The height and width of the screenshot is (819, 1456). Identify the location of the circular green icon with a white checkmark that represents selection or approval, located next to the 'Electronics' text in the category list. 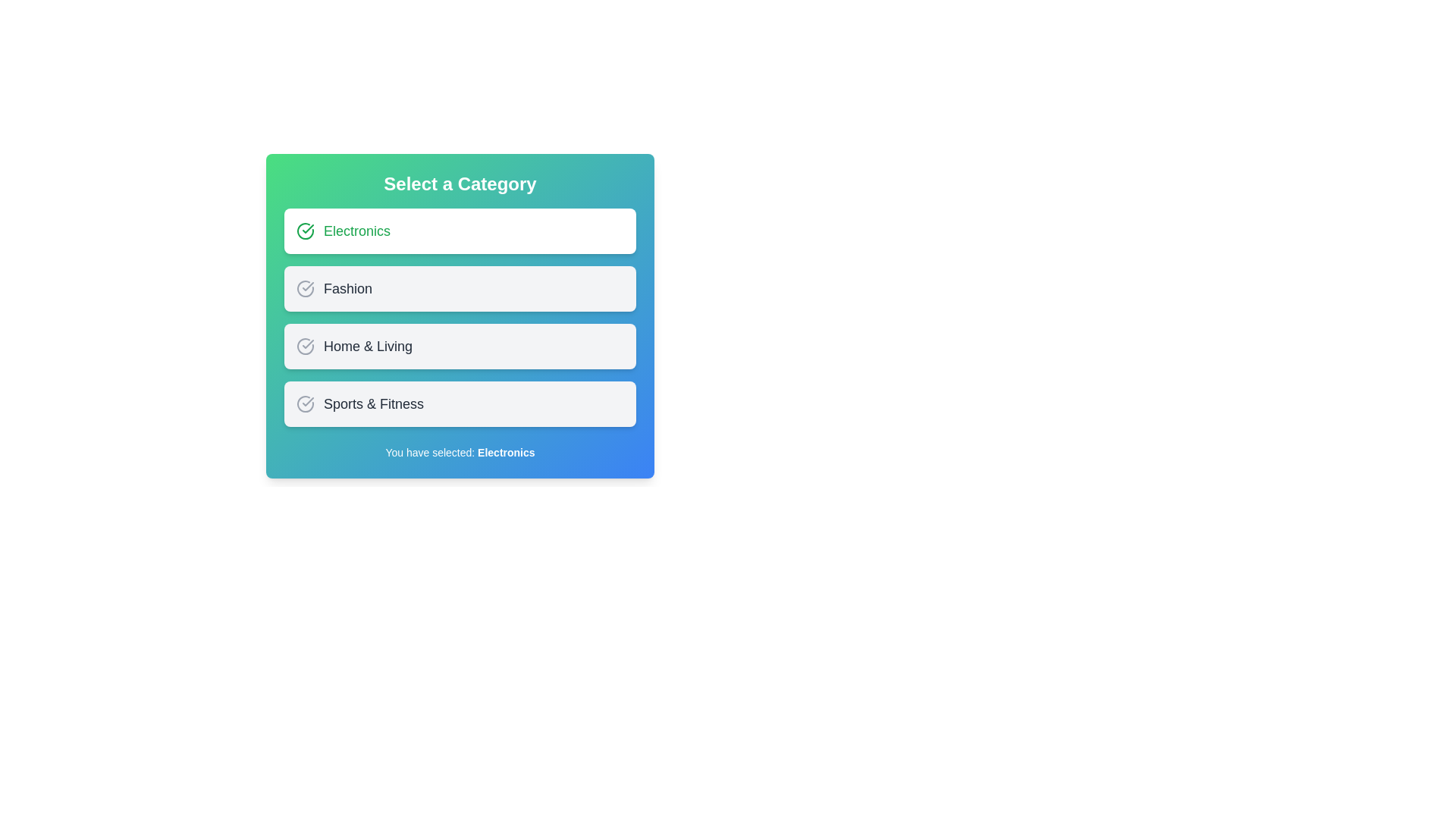
(305, 231).